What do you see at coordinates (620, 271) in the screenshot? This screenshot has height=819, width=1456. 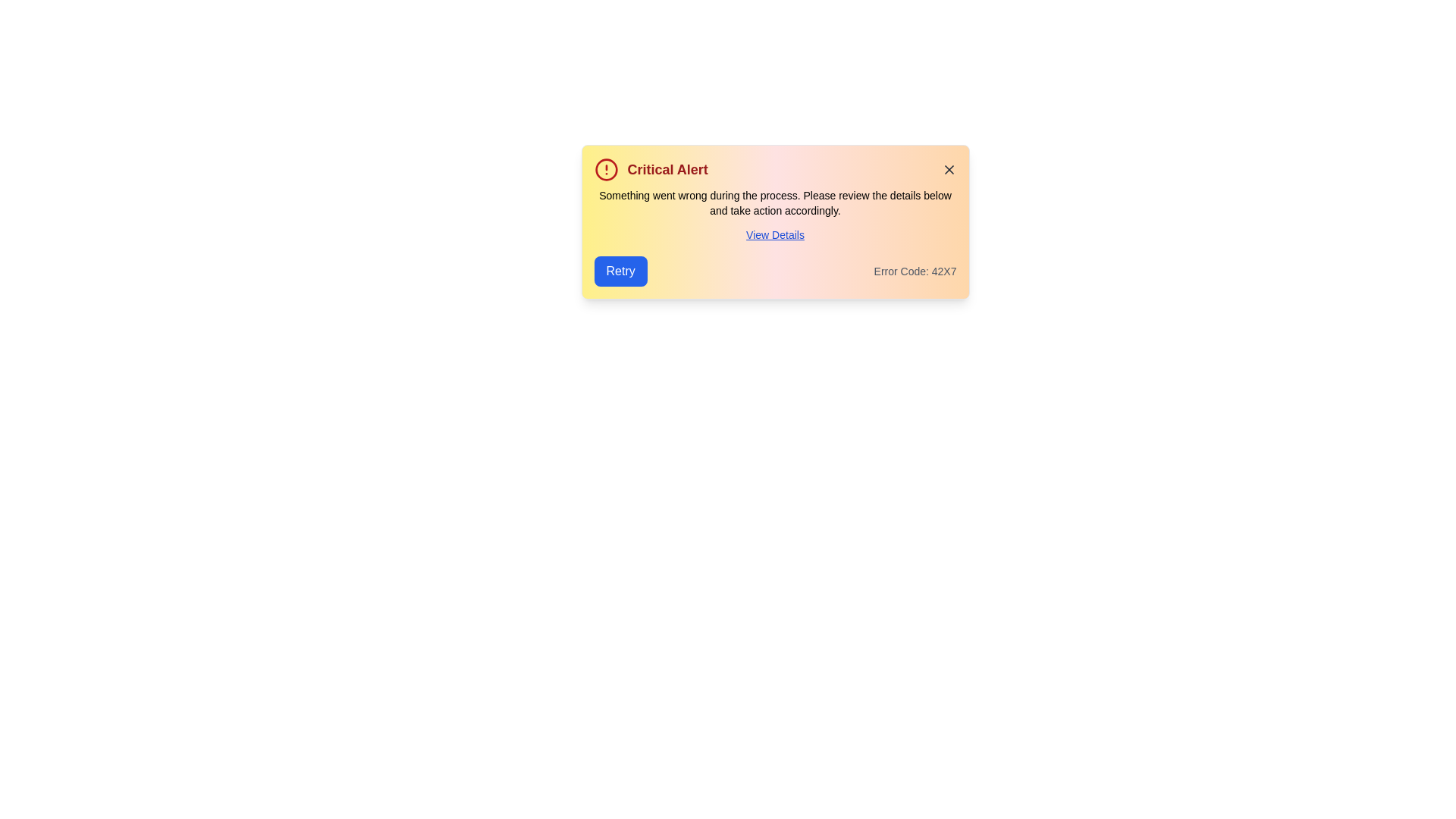 I see `the 'Retry' button to retry the operation` at bounding box center [620, 271].